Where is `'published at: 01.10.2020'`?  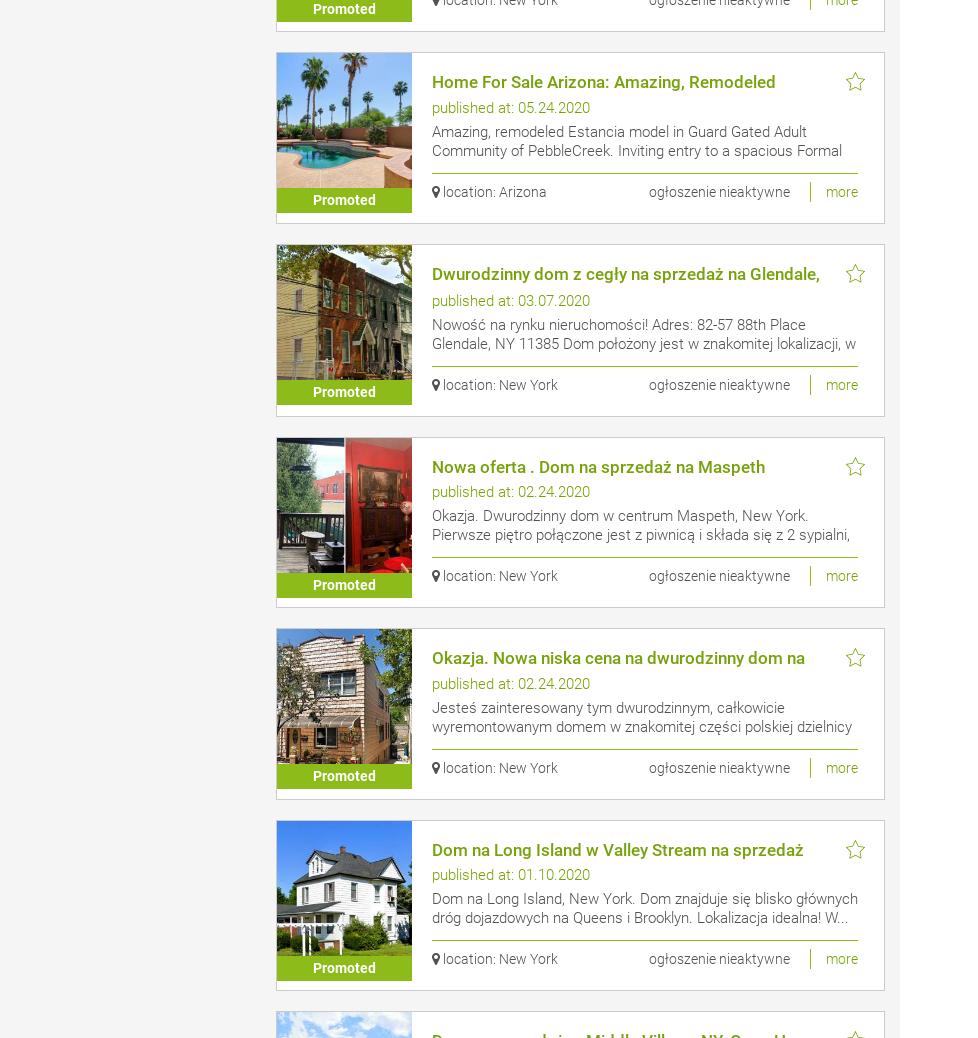
'published at: 01.10.2020' is located at coordinates (510, 875).